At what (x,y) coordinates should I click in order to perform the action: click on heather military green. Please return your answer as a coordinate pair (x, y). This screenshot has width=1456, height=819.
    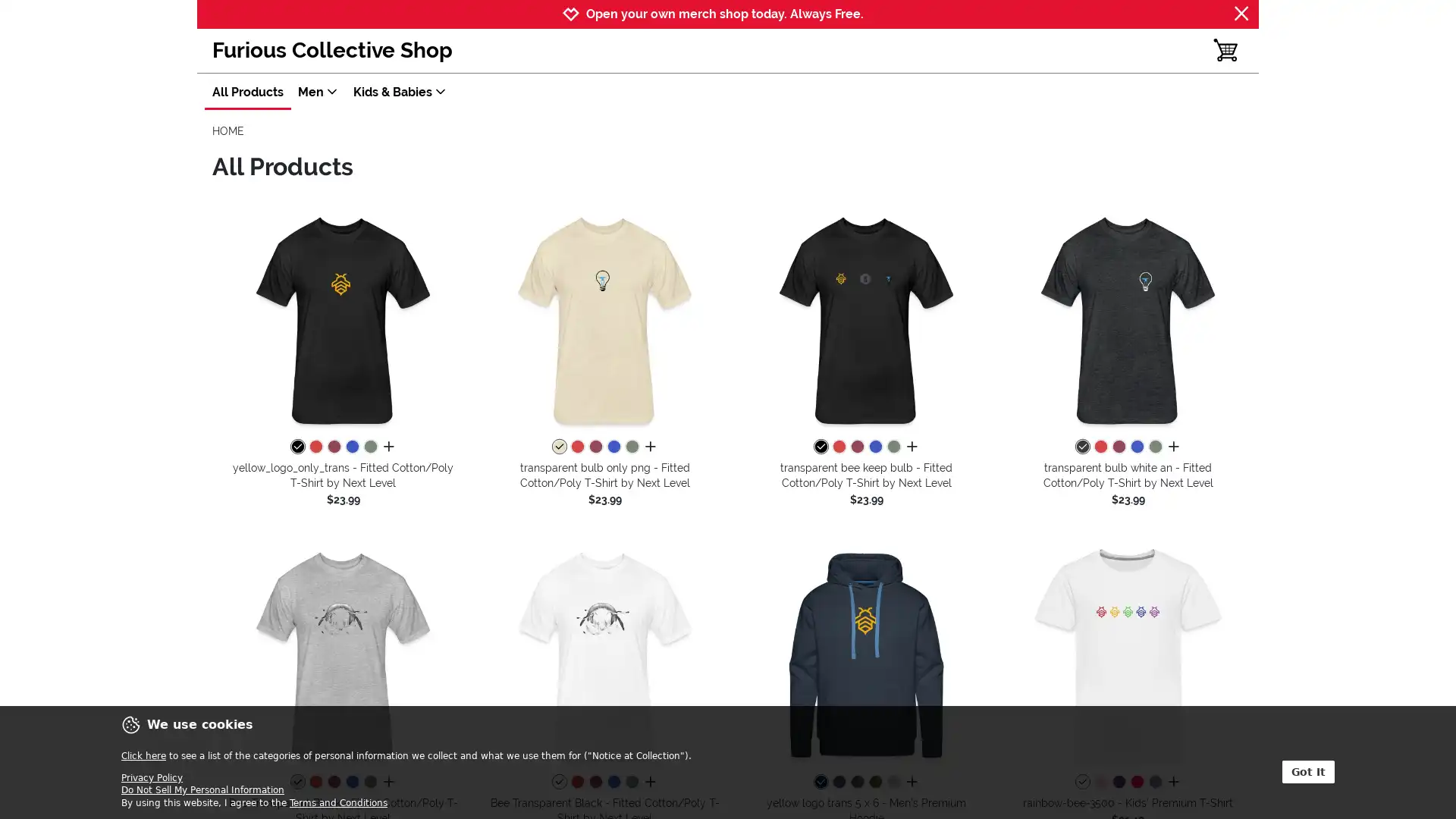
    Looking at the image, I should click on (632, 447).